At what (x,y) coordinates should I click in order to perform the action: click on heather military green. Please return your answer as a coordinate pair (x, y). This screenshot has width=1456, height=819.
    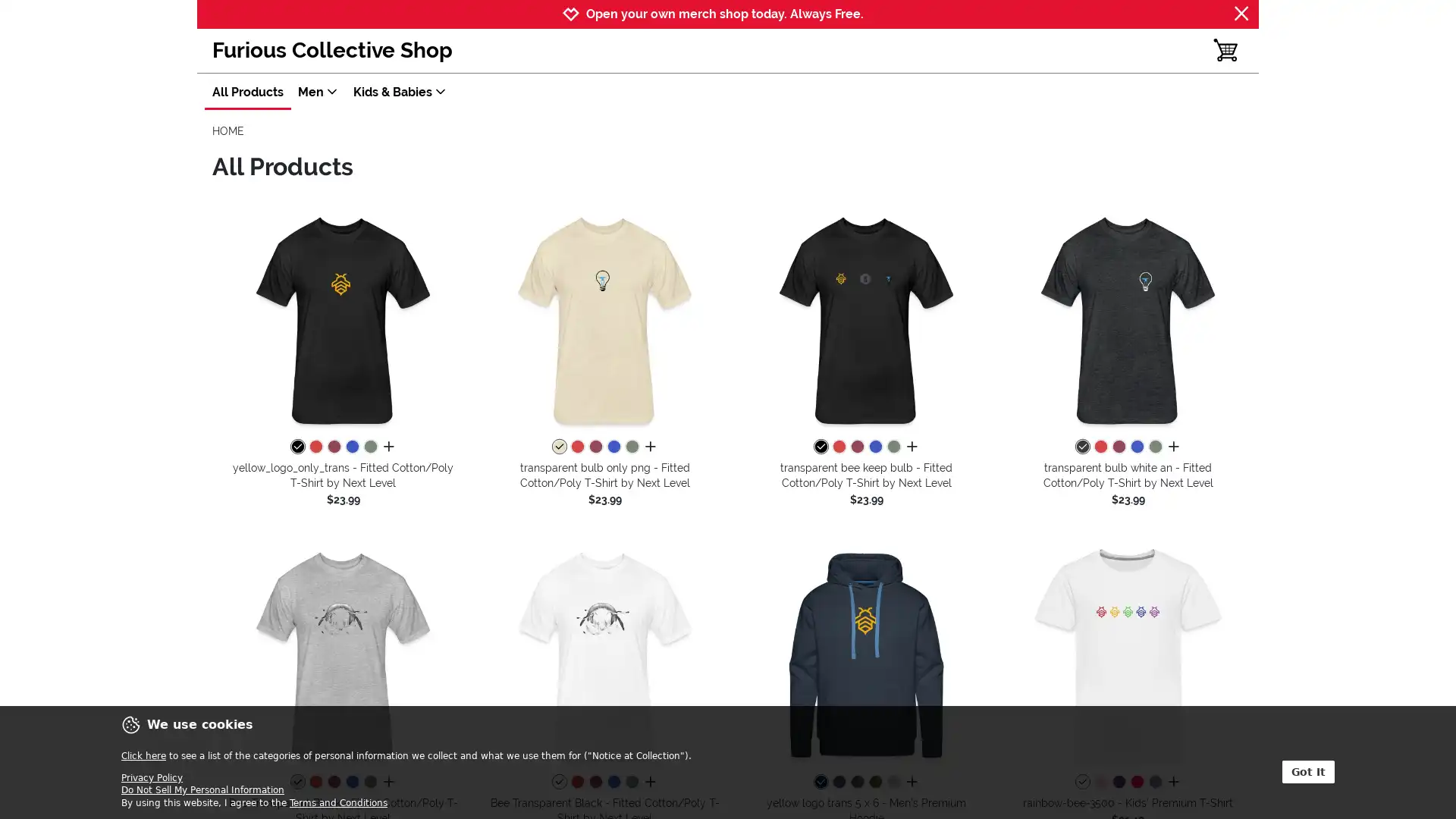
    Looking at the image, I should click on (632, 447).